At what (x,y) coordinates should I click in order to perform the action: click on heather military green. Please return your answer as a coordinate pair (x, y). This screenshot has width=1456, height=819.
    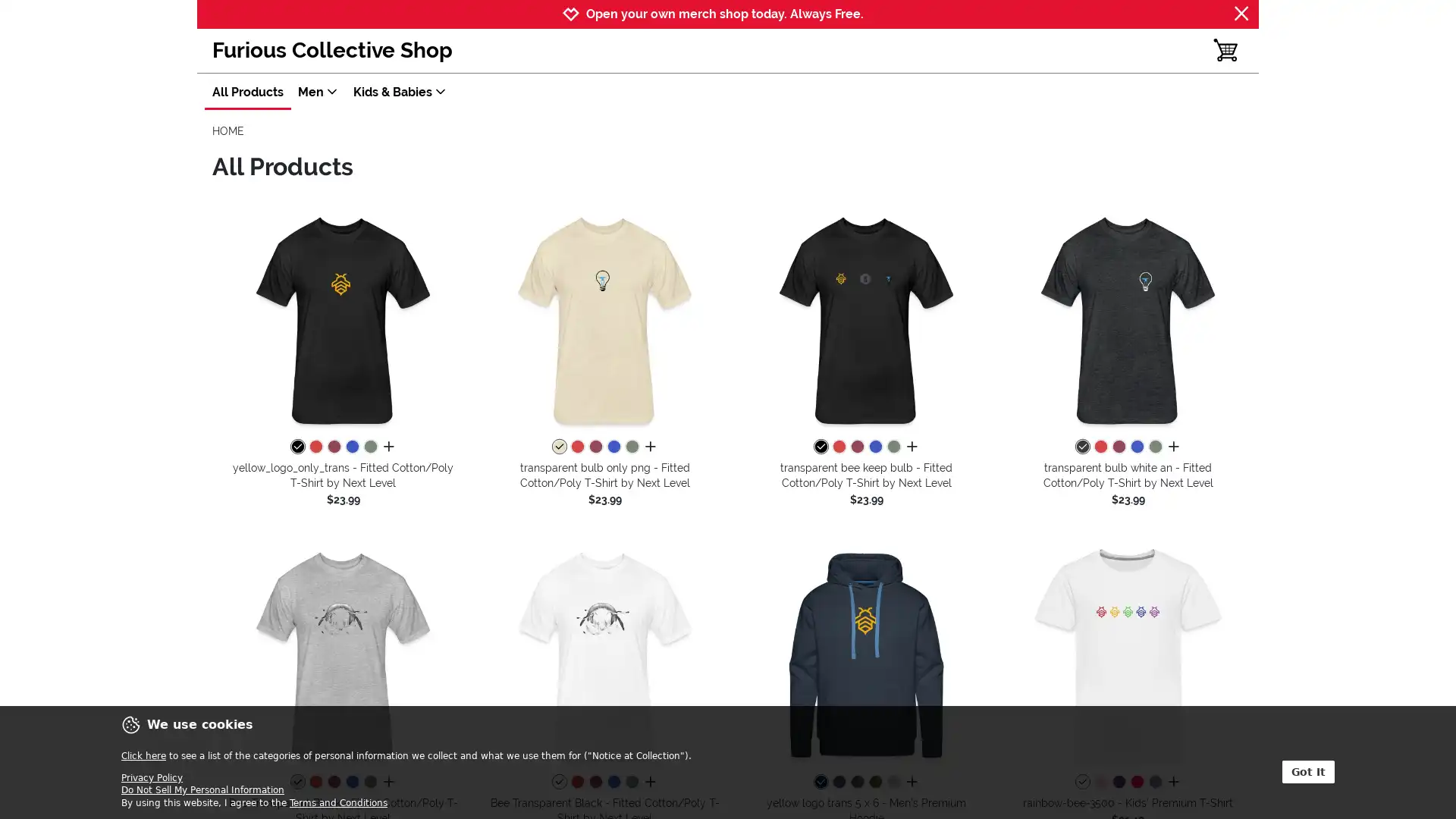
    Looking at the image, I should click on (632, 447).